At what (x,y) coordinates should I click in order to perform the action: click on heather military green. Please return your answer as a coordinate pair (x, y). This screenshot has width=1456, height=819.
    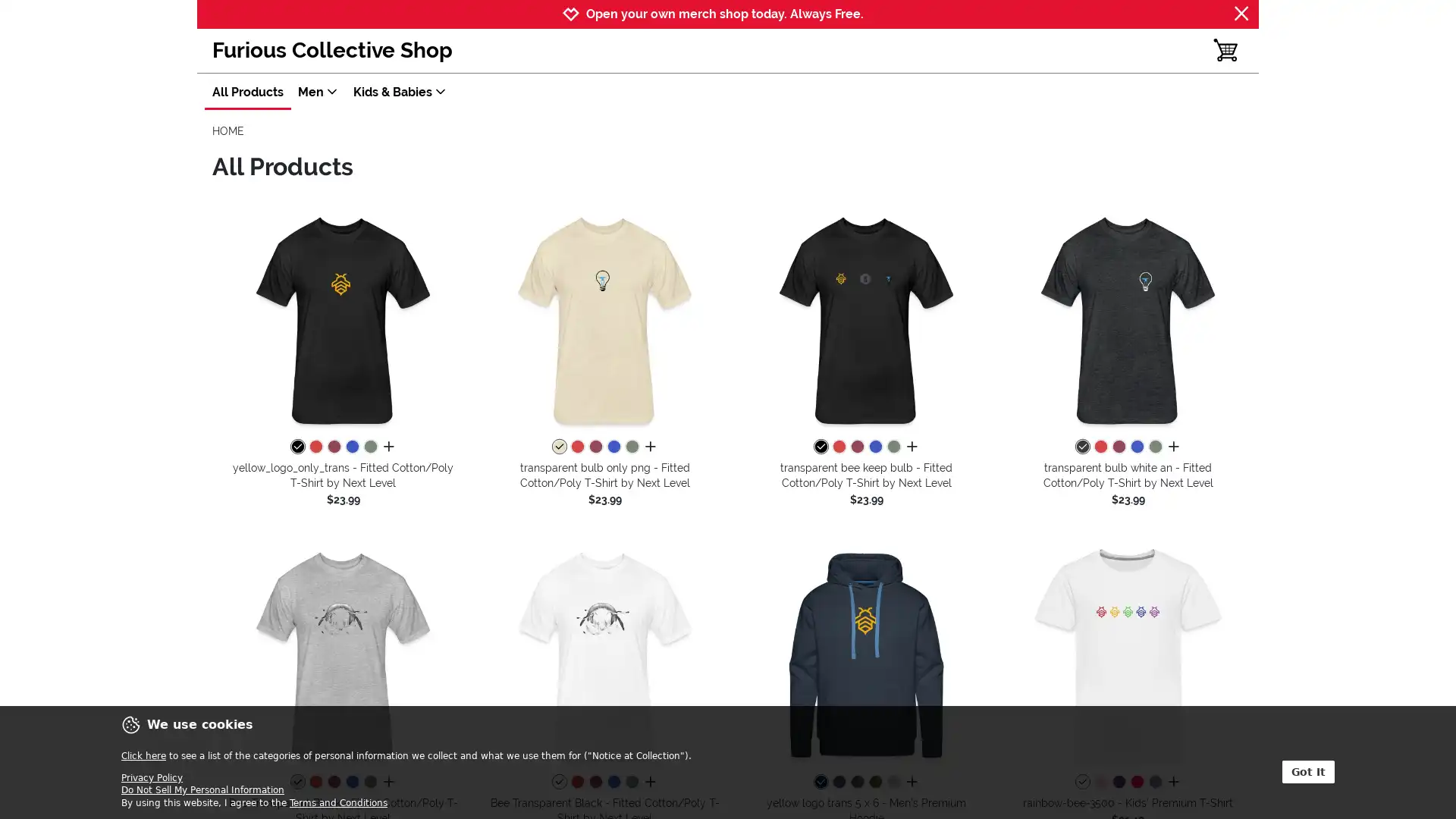
    Looking at the image, I should click on (632, 447).